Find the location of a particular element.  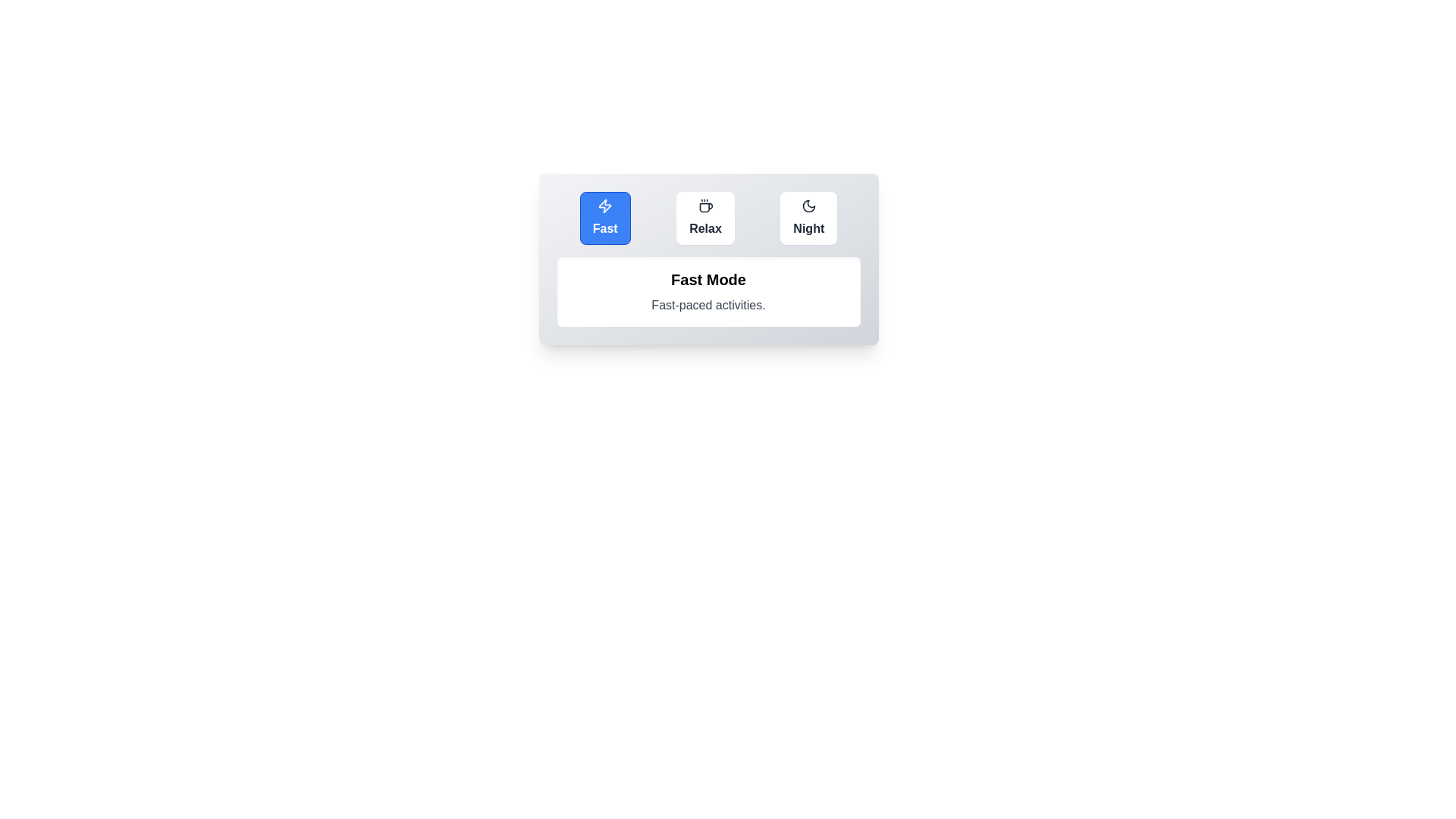

the 'Relax' button is located at coordinates (704, 218).